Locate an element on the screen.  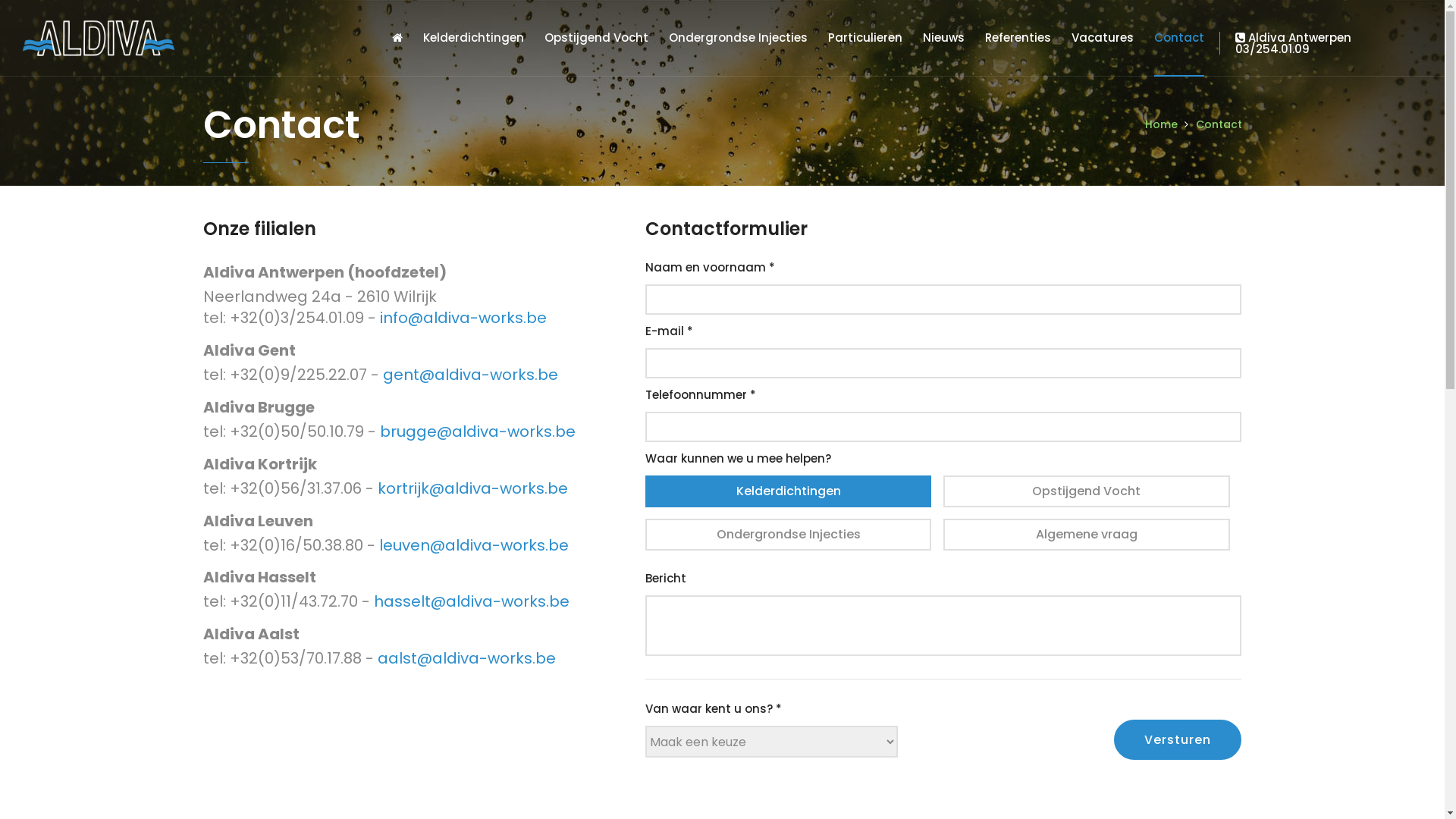
'Referenties' is located at coordinates (985, 37).